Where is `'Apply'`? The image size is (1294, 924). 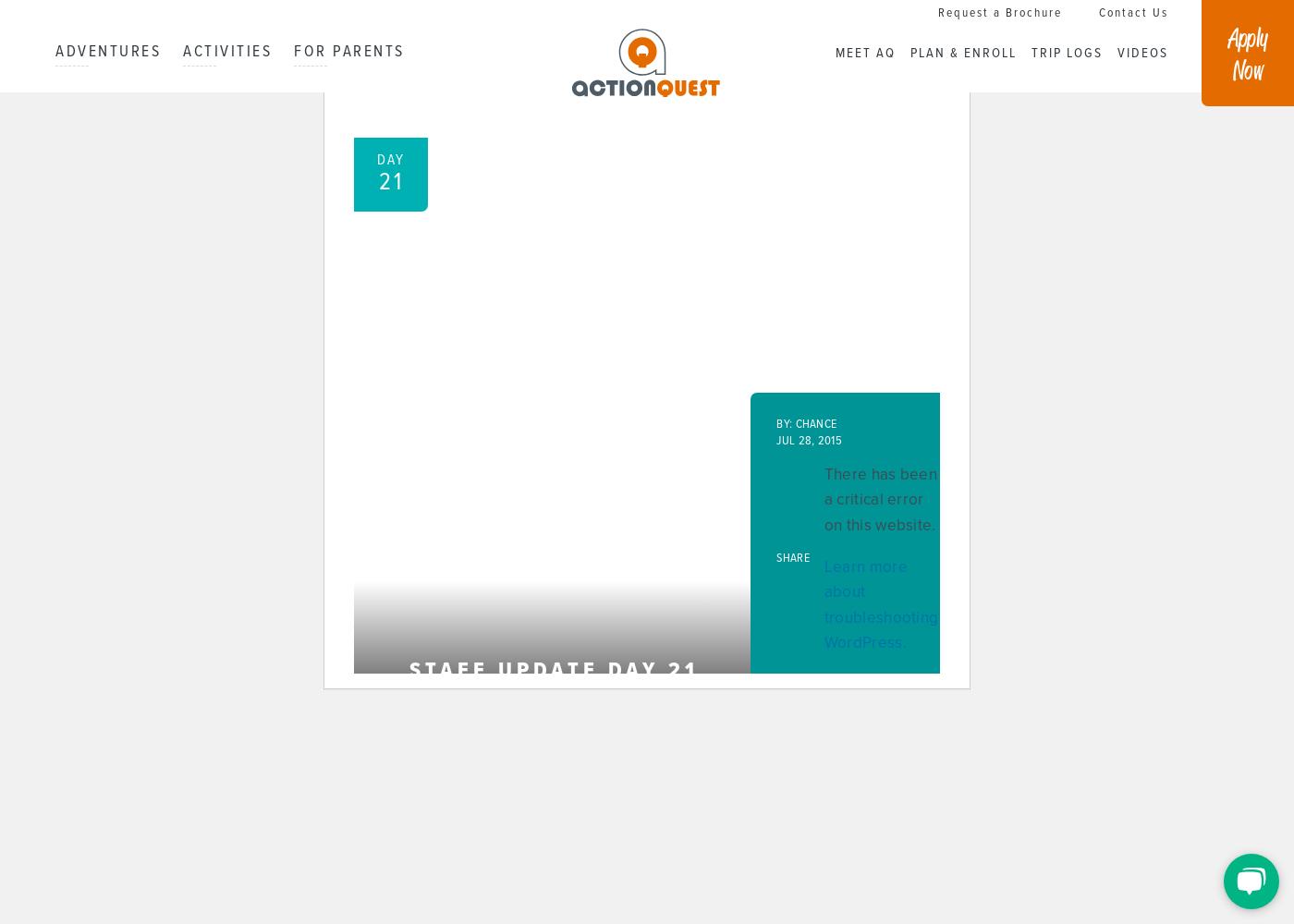 'Apply' is located at coordinates (1247, 36).